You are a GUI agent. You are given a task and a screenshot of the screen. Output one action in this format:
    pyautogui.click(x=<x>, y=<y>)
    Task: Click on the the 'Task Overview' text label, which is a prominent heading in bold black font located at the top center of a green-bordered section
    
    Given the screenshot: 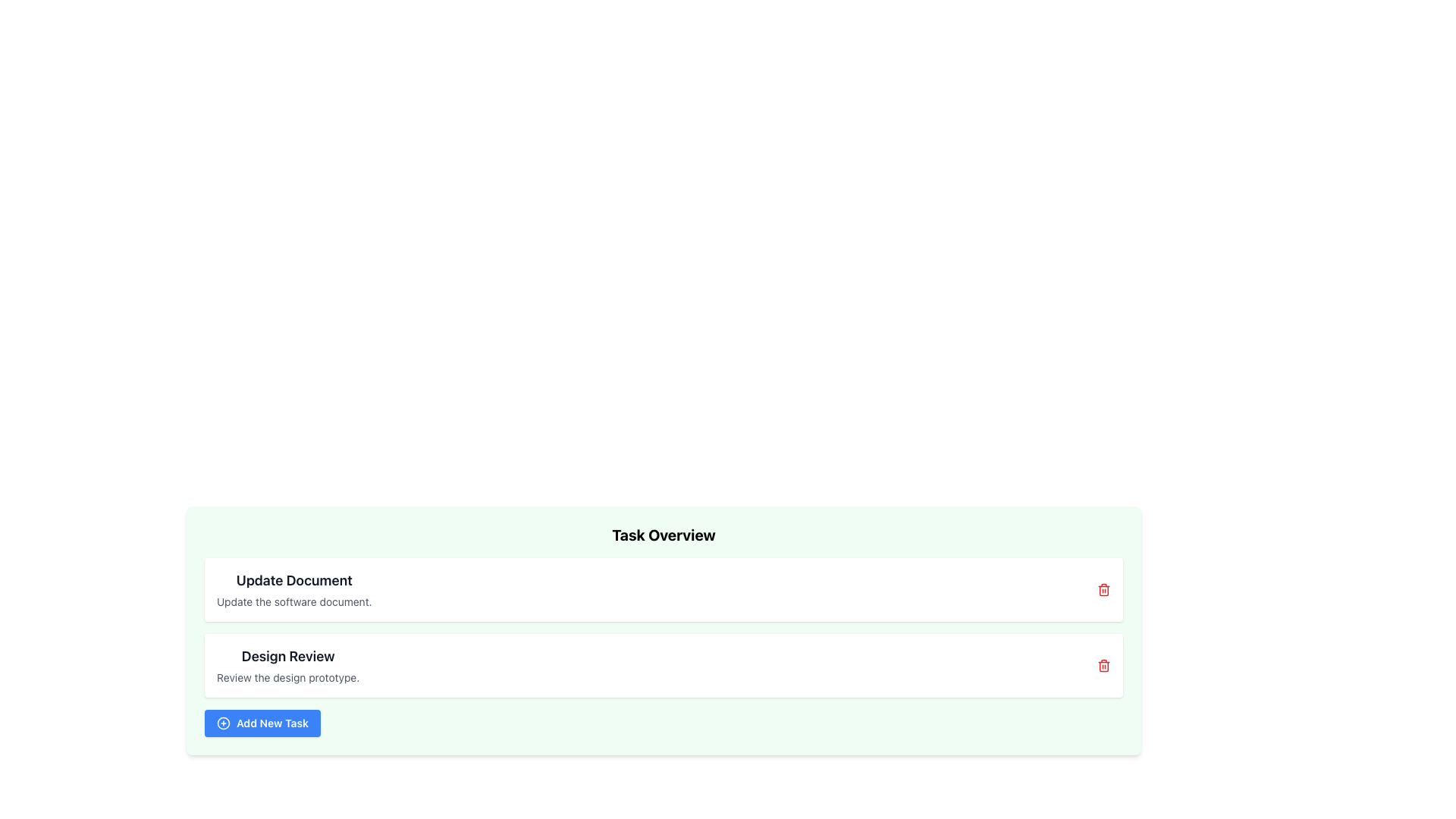 What is the action you would take?
    pyautogui.click(x=664, y=534)
    